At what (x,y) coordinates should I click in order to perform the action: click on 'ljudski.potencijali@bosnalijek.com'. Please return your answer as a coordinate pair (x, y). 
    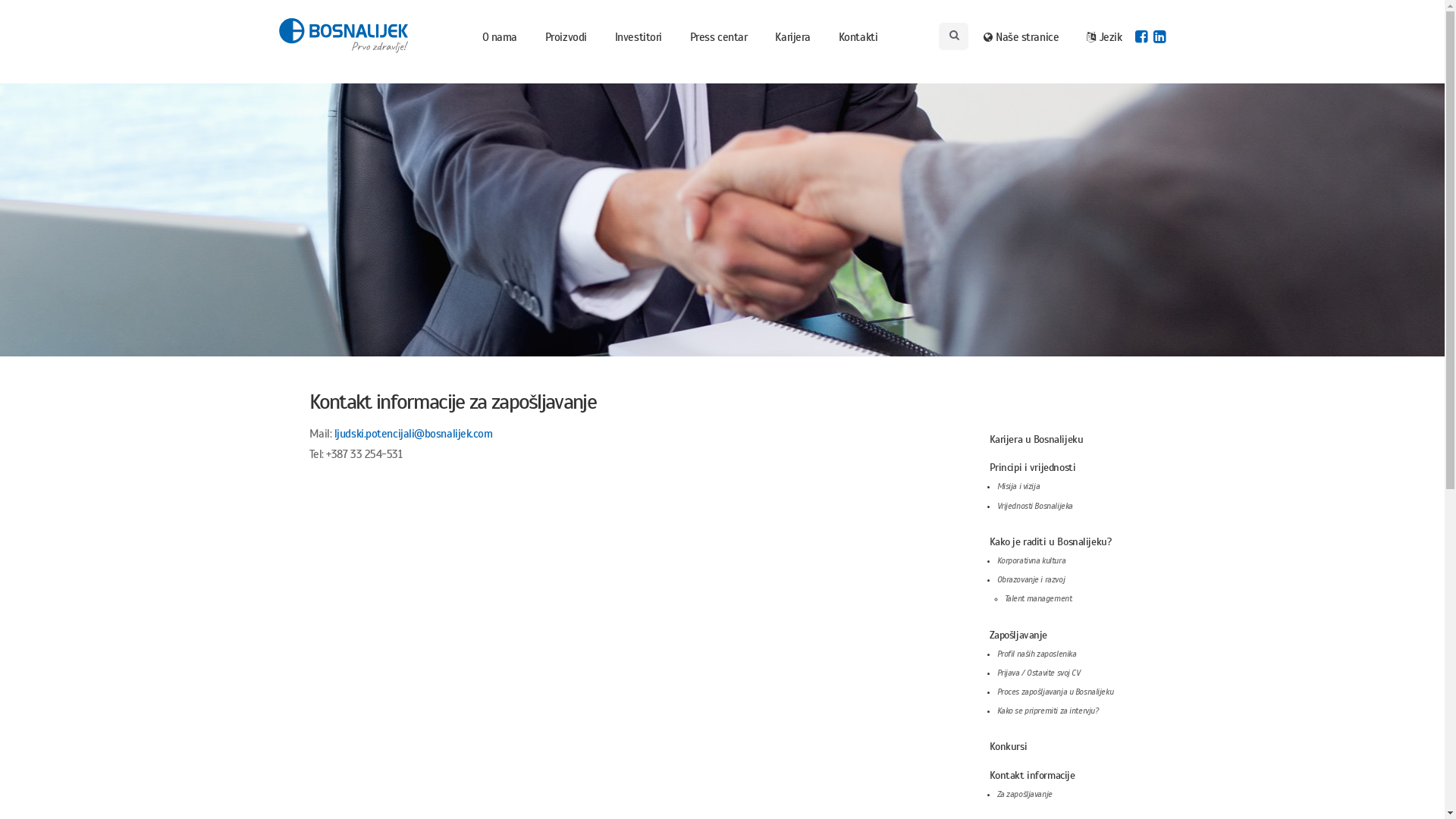
    Looking at the image, I should click on (334, 433).